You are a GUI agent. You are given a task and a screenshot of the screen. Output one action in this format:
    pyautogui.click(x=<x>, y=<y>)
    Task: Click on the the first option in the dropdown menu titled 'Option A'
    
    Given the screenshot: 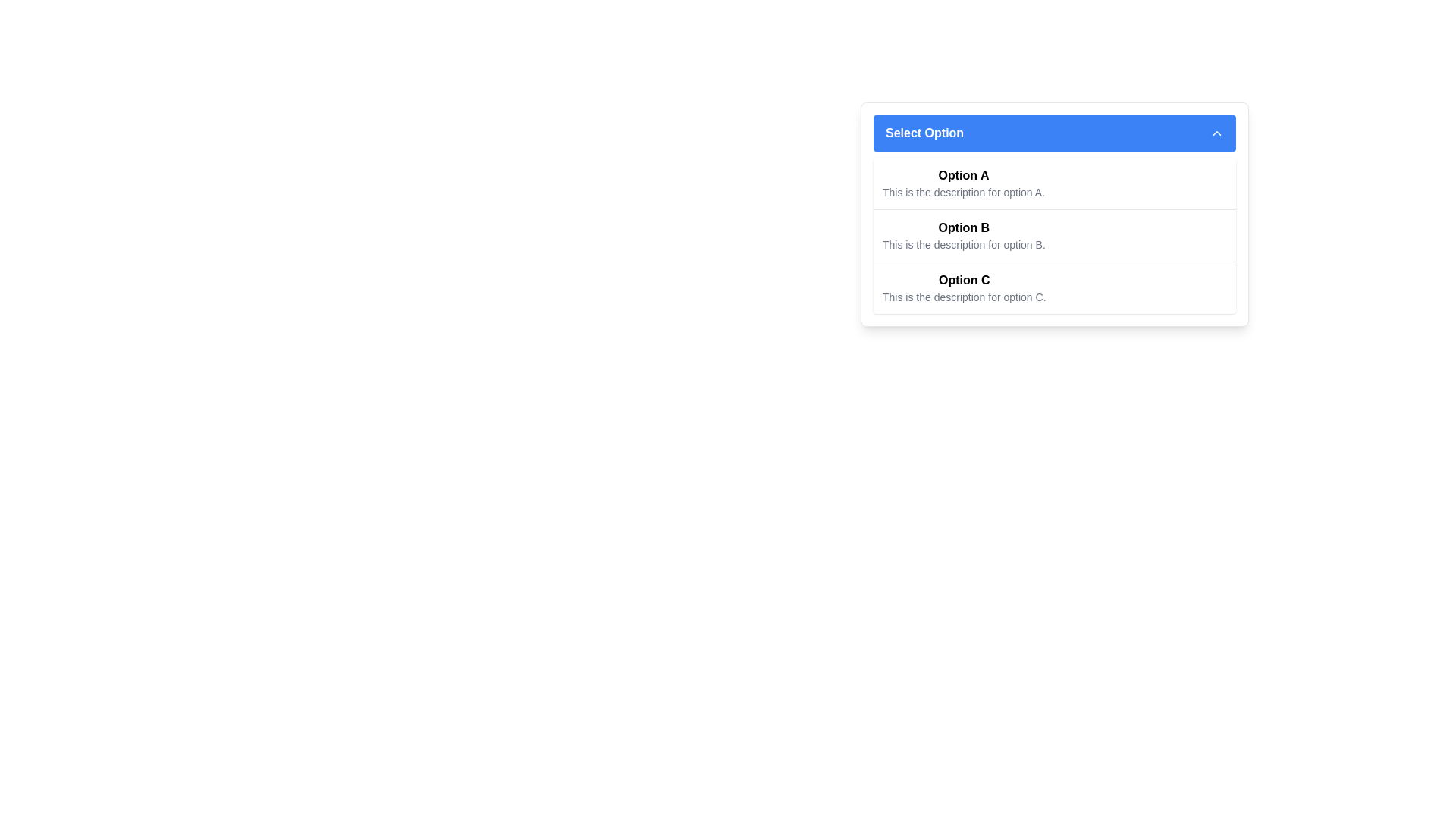 What is the action you would take?
    pyautogui.click(x=1054, y=183)
    